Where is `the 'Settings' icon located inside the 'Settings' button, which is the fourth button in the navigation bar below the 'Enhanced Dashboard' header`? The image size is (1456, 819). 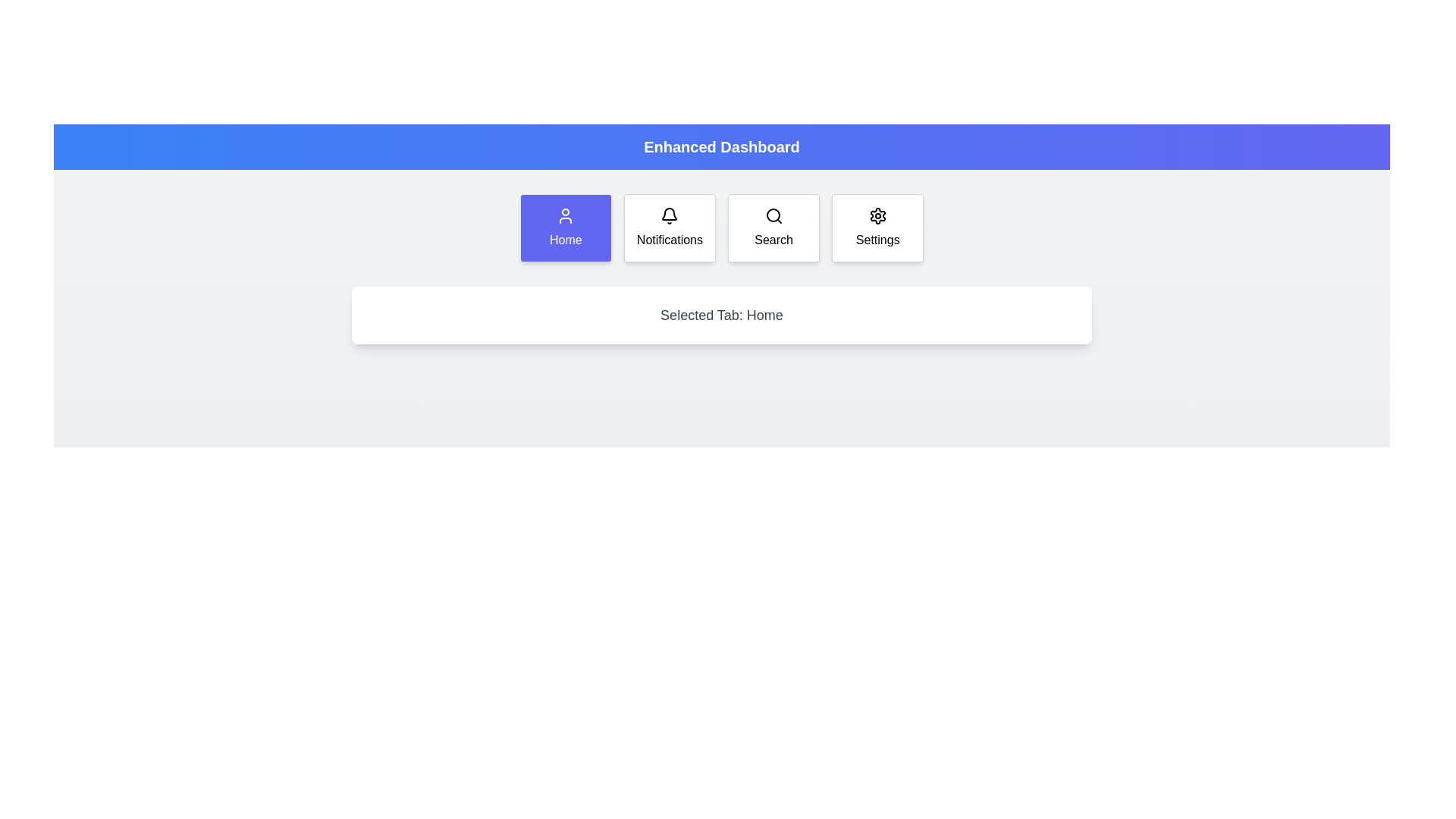
the 'Settings' icon located inside the 'Settings' button, which is the fourth button in the navigation bar below the 'Enhanced Dashboard' header is located at coordinates (877, 216).